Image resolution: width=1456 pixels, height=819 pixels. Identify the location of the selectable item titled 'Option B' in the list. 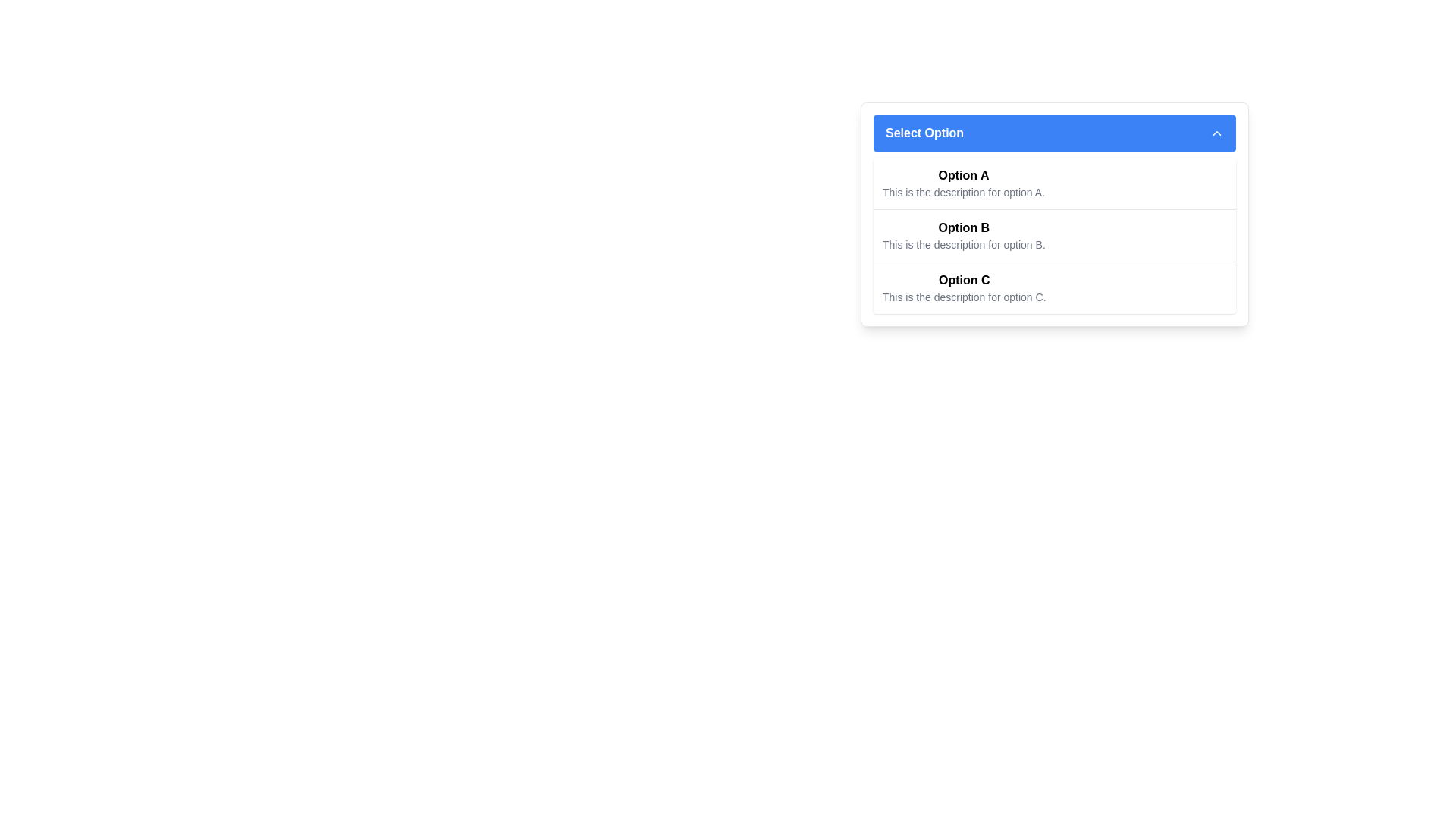
(963, 236).